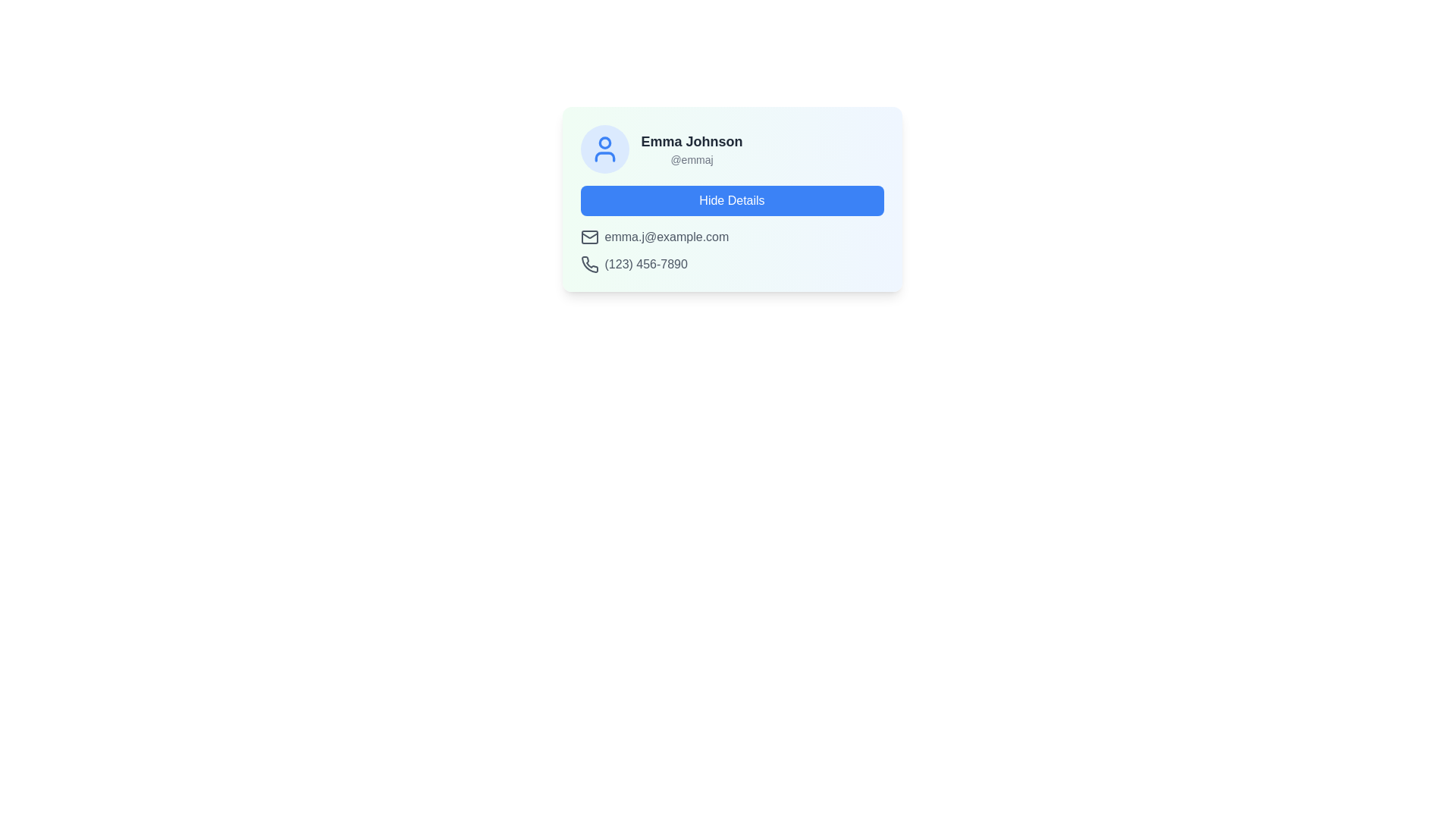  Describe the element at coordinates (691, 141) in the screenshot. I see `the static text displaying the name of the individual associated with the card, located at the center-top section of the card layout` at that location.